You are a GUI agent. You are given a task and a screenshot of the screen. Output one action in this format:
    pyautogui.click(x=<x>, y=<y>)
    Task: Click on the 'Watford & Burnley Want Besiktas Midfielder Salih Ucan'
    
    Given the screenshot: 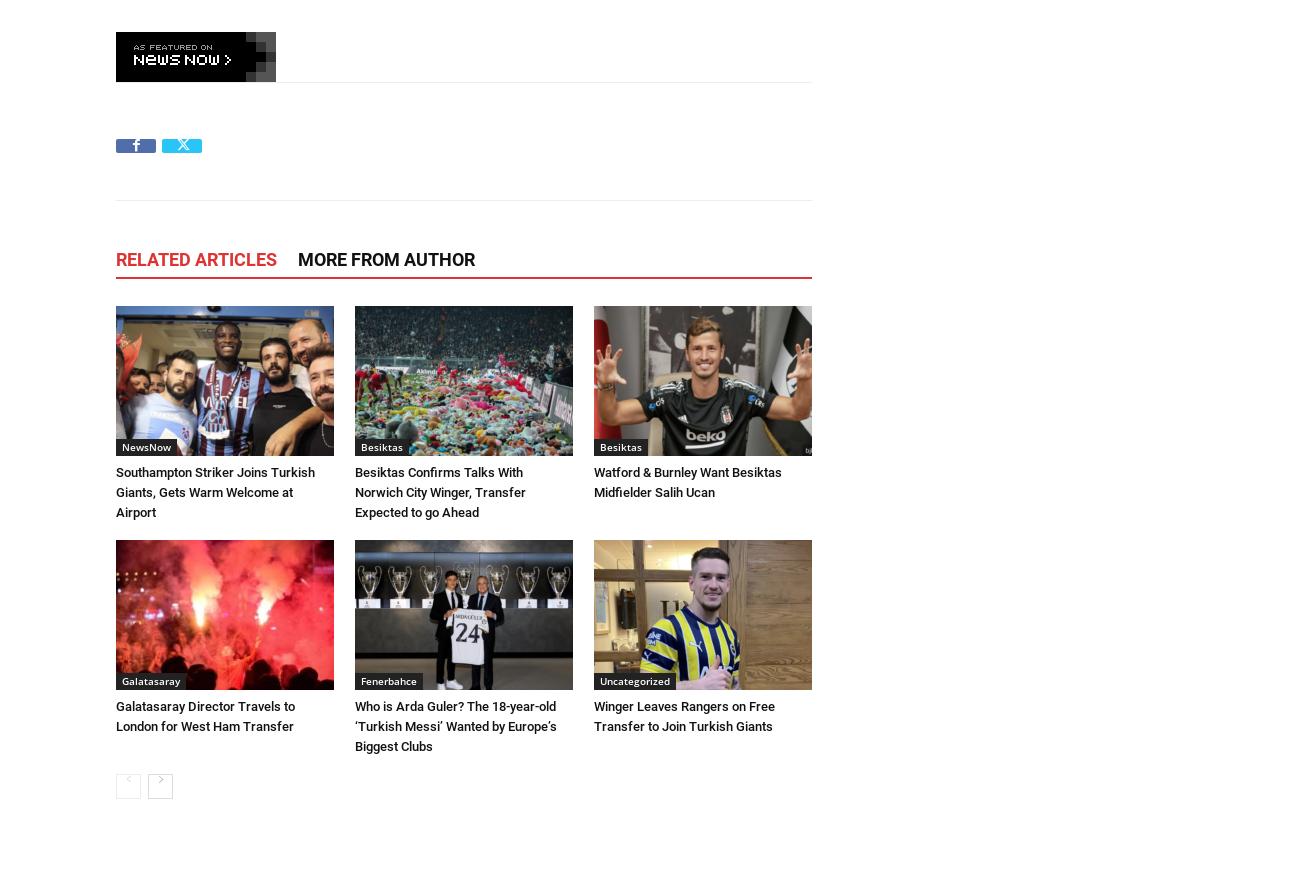 What is the action you would take?
    pyautogui.click(x=686, y=481)
    